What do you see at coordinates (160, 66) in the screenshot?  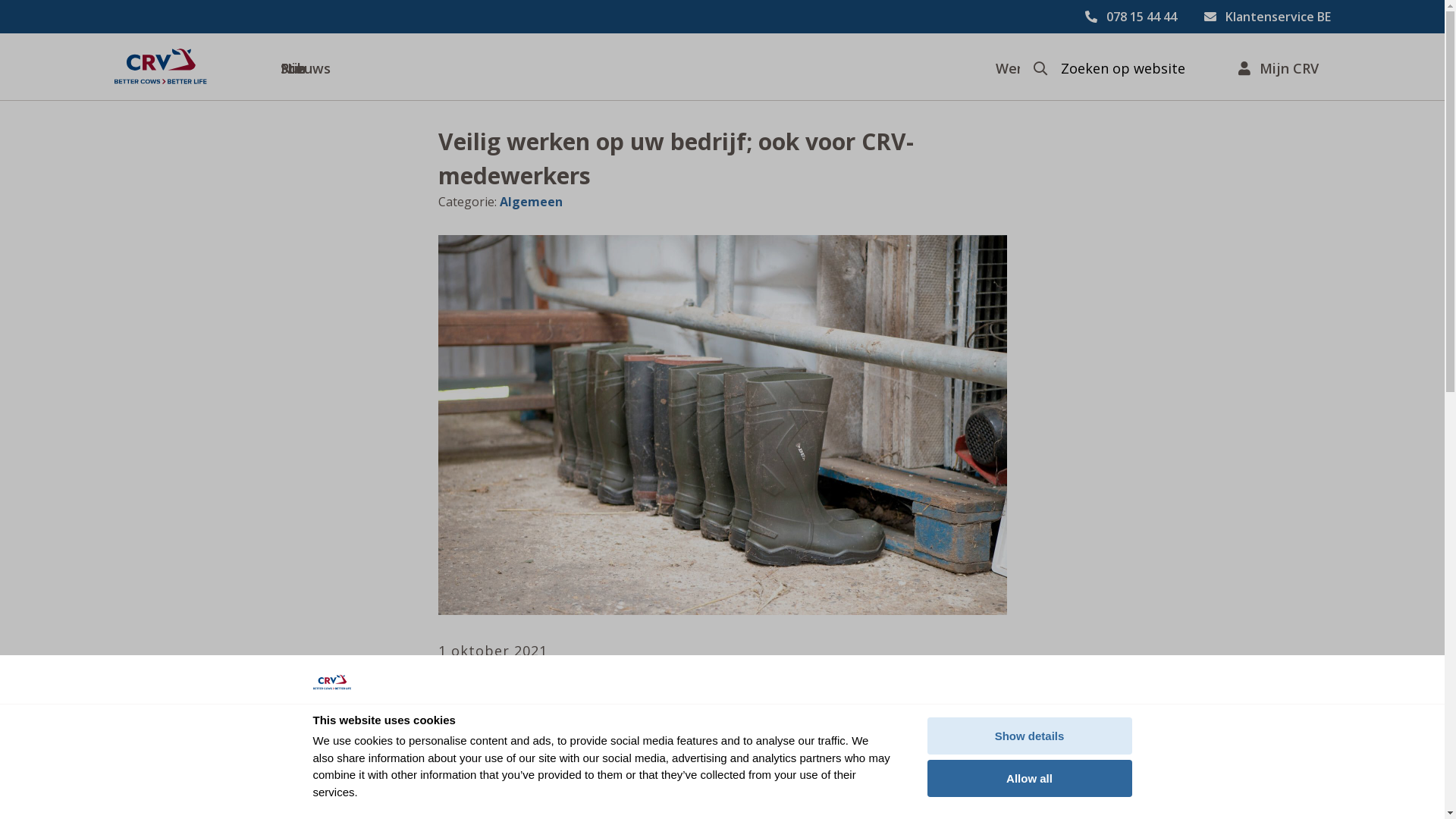 I see `'Home'` at bounding box center [160, 66].